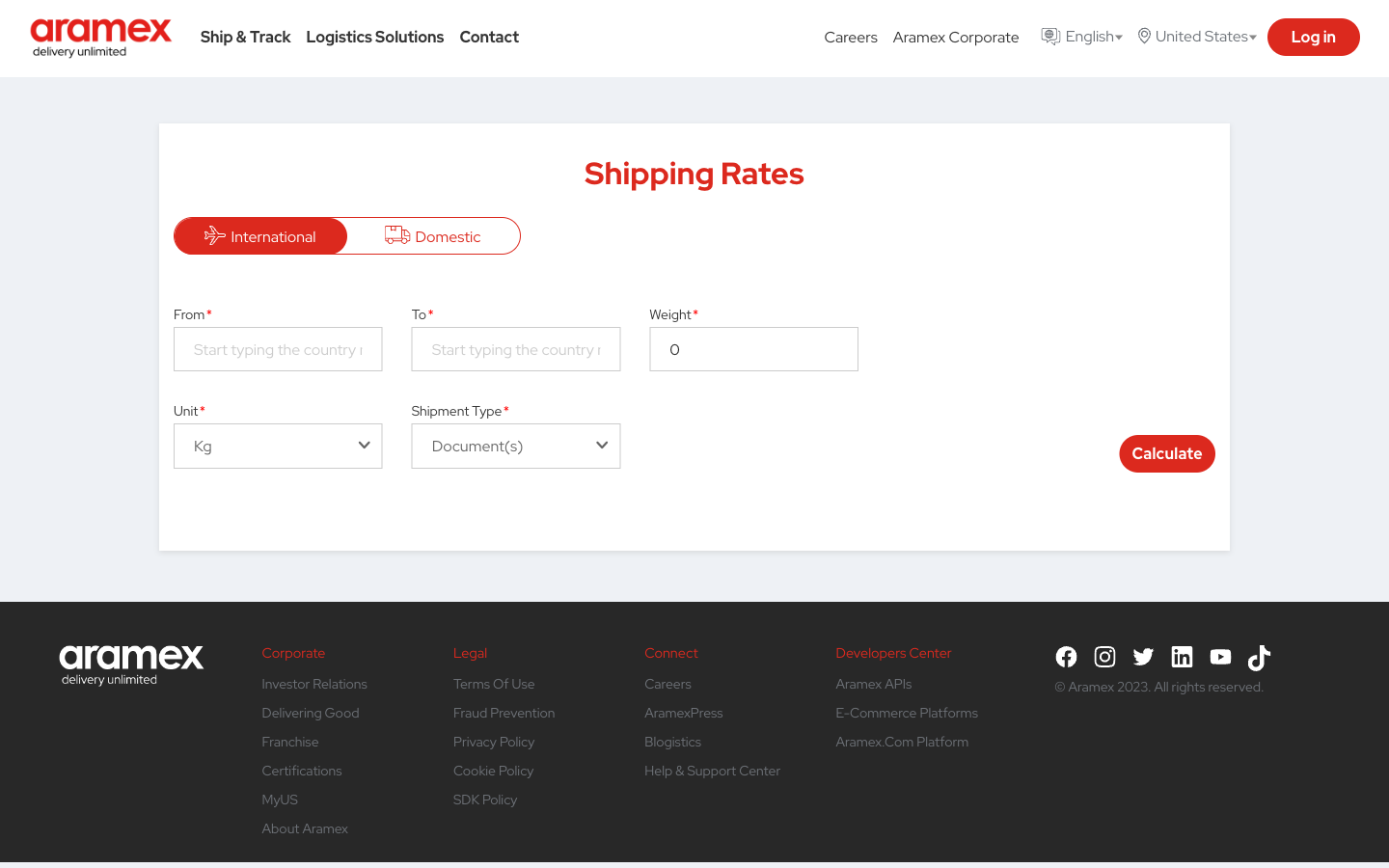  I want to click on Compute the shipping rates for sending a document from United States to India using a script, so click(277, 348).